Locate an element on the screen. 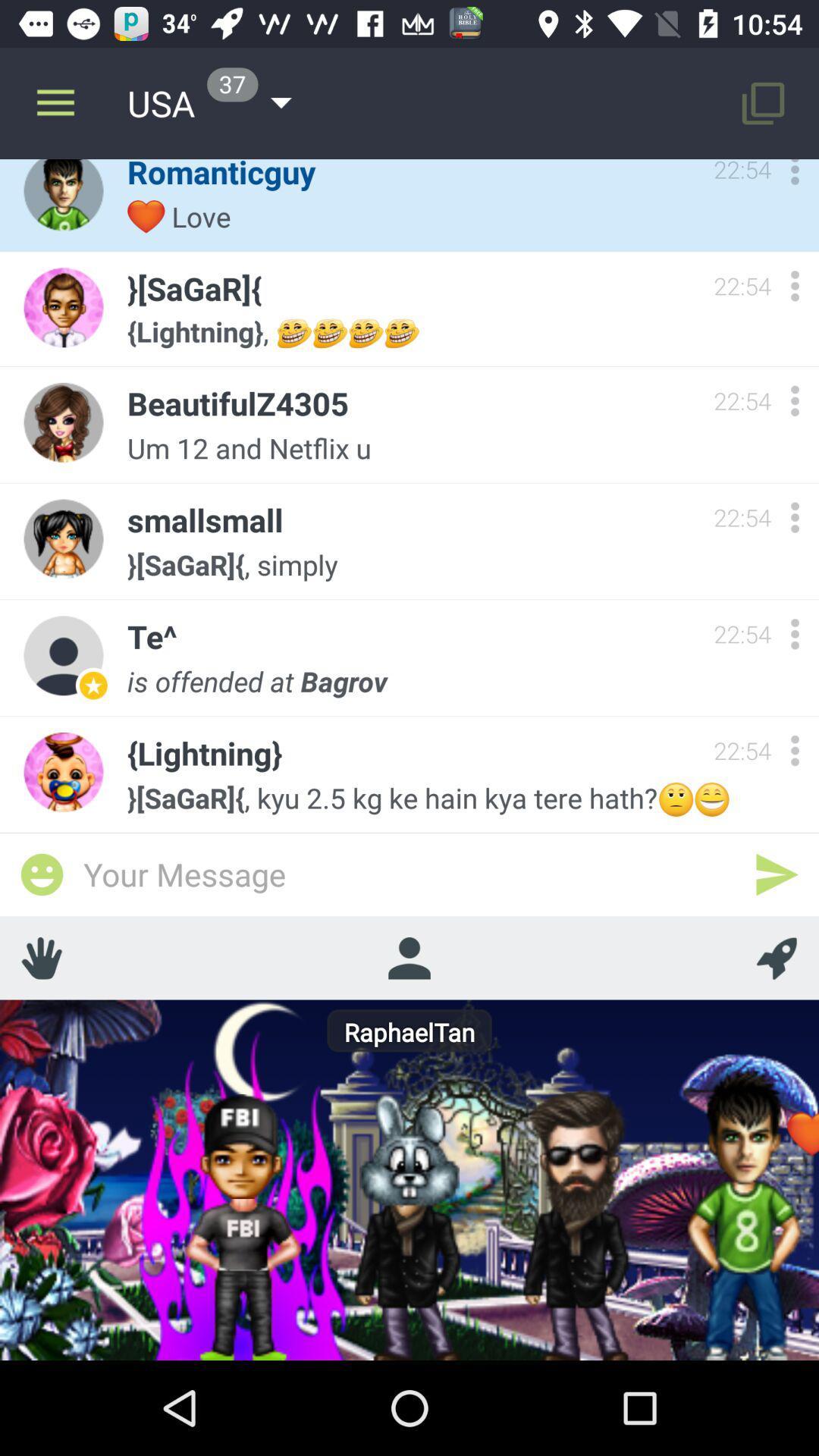  more options is located at coordinates (794, 750).